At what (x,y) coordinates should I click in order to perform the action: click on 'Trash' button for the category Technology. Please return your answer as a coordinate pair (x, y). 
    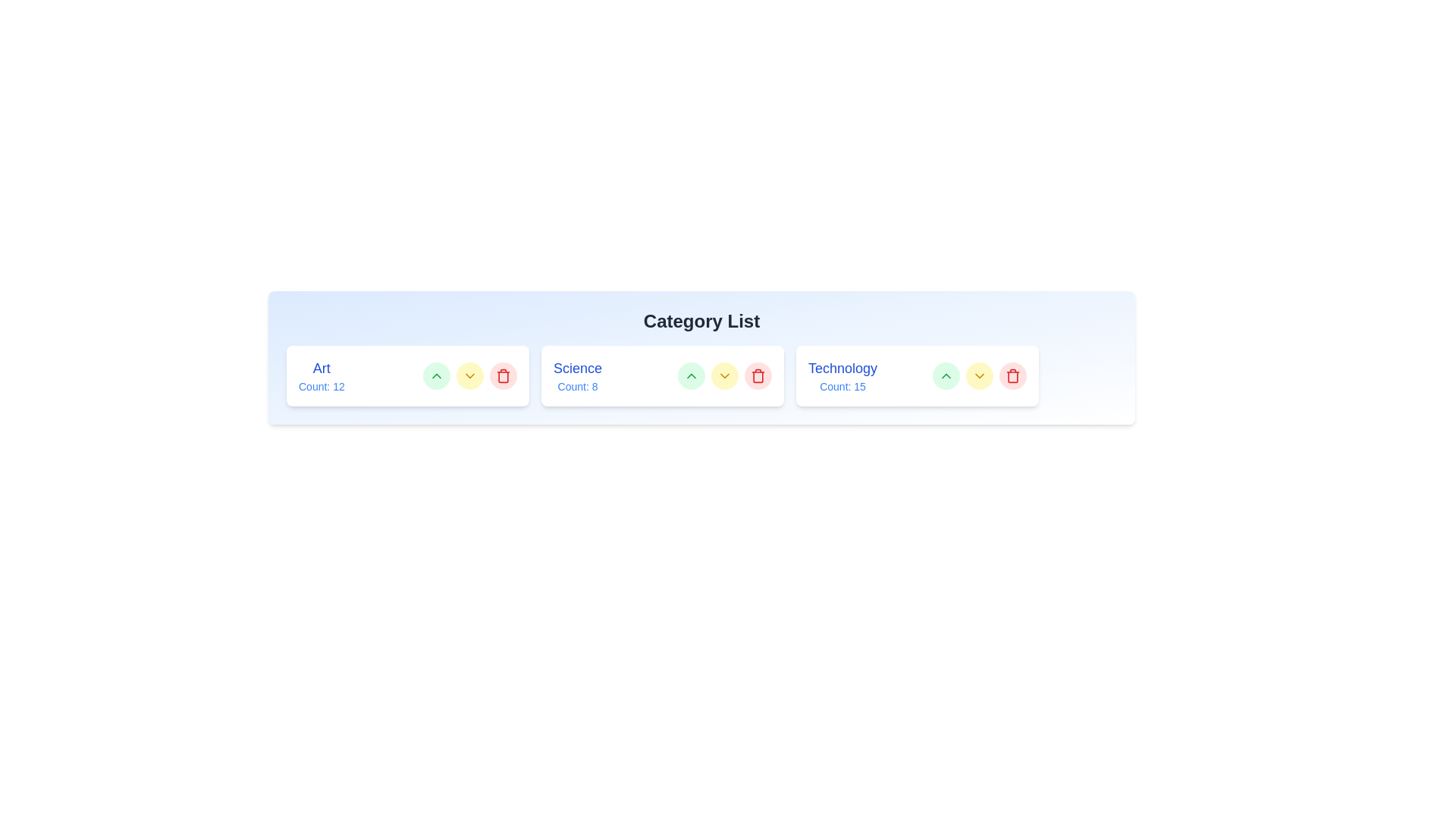
    Looking at the image, I should click on (1012, 375).